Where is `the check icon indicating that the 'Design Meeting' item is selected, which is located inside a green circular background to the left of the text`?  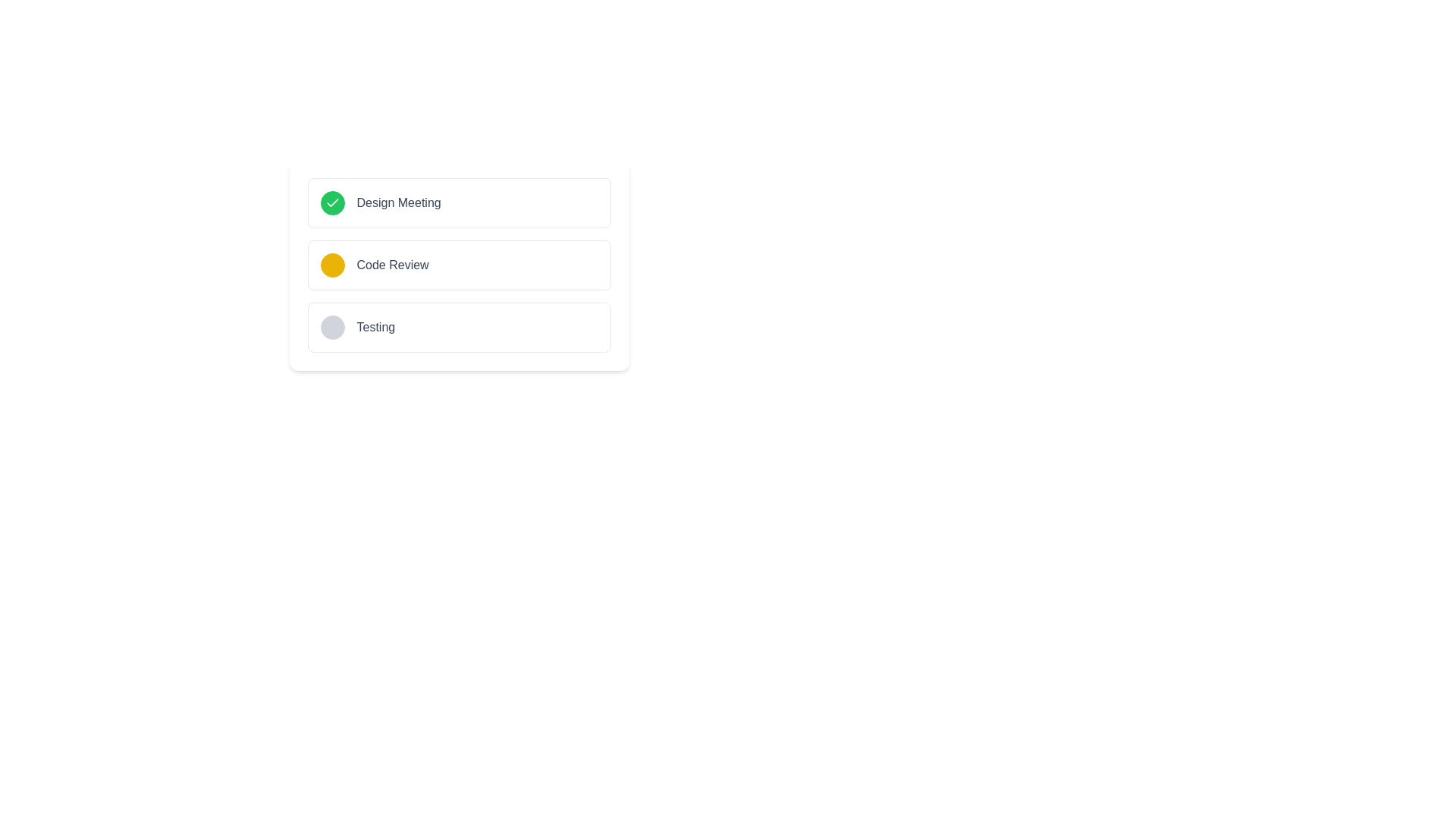 the check icon indicating that the 'Design Meeting' item is selected, which is located inside a green circular background to the left of the text is located at coordinates (331, 202).